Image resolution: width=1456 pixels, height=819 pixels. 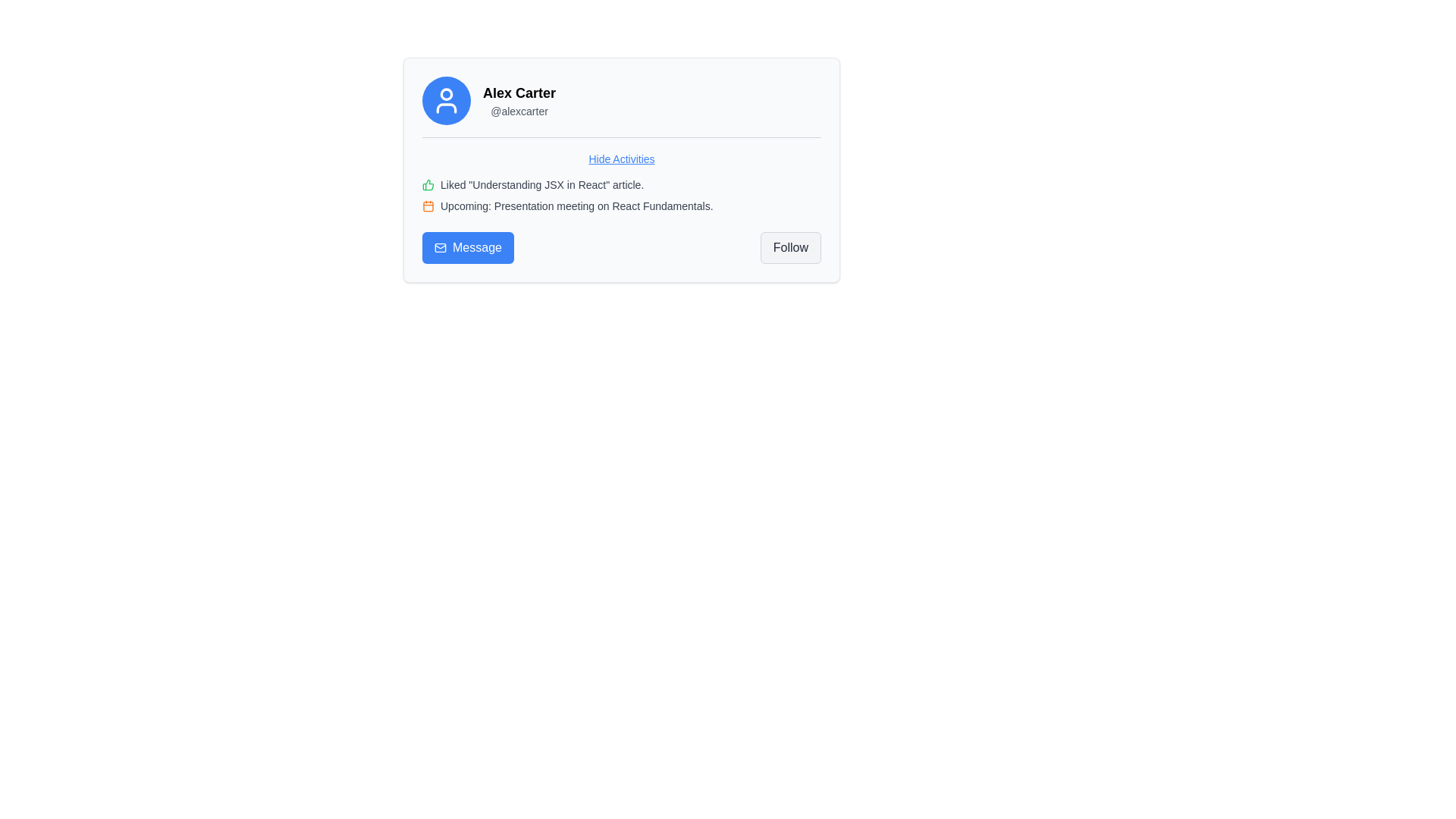 I want to click on the 'Alex Carter' text label at the top of the profile card, so click(x=519, y=93).